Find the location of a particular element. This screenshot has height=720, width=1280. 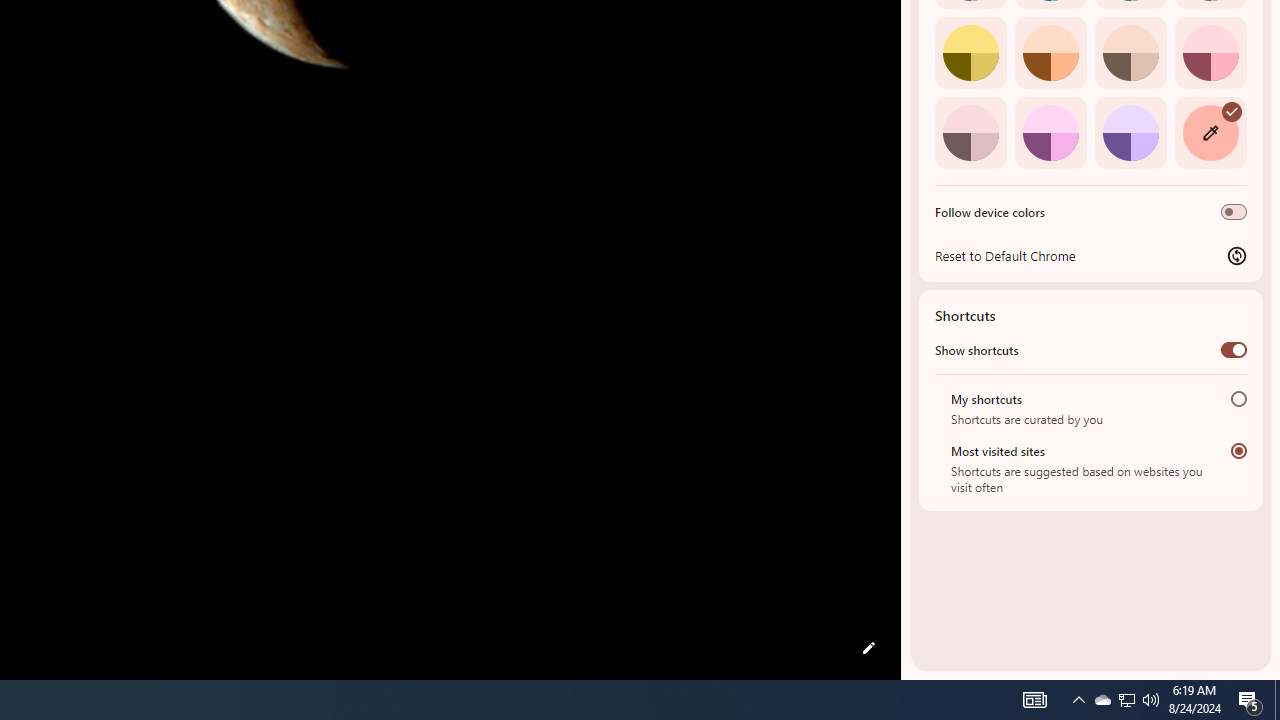

'Show shortcuts' is located at coordinates (1232, 348).